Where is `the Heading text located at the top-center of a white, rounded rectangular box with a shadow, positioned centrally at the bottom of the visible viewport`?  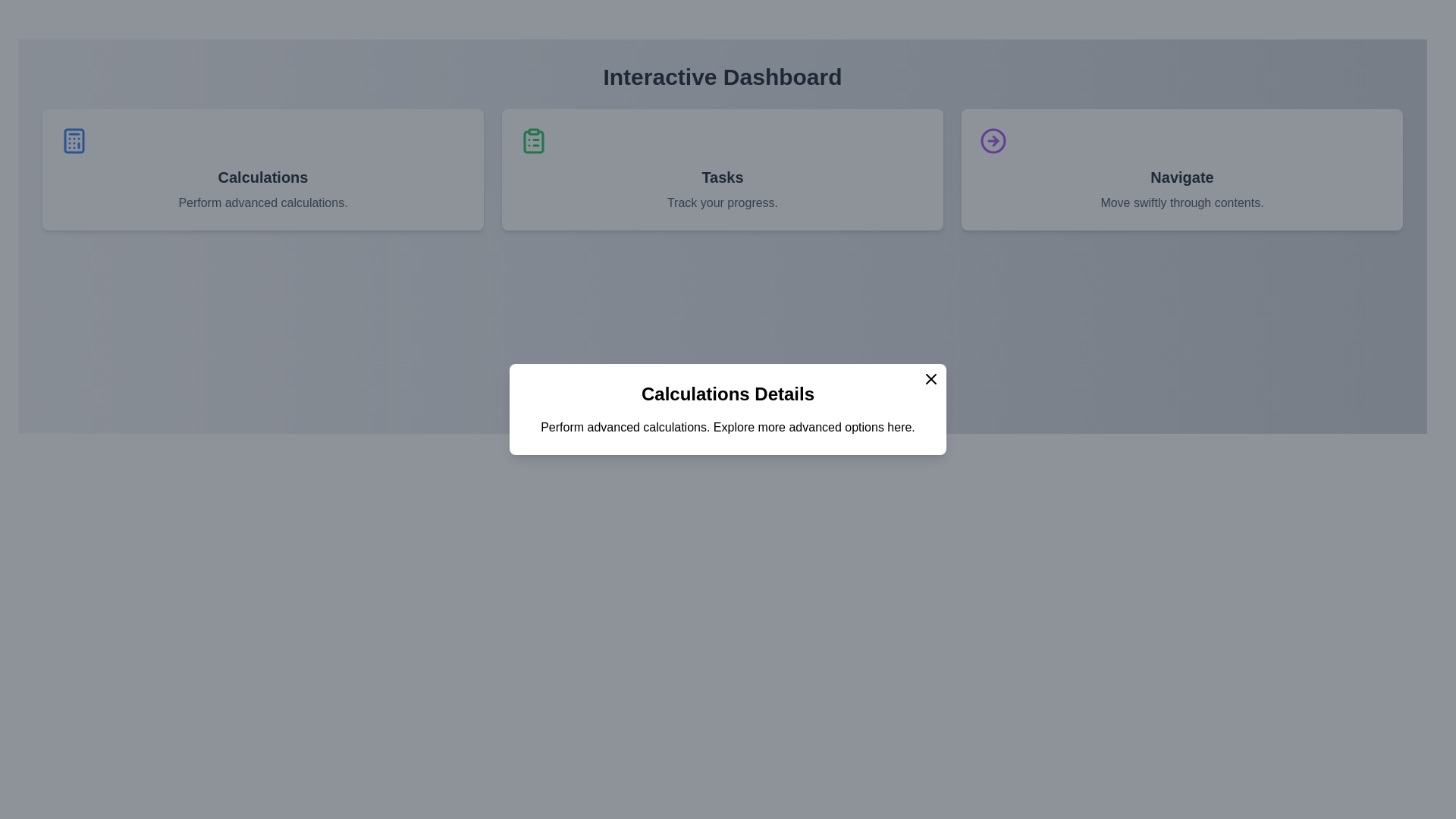 the Heading text located at the top-center of a white, rounded rectangular box with a shadow, positioned centrally at the bottom of the visible viewport is located at coordinates (728, 394).